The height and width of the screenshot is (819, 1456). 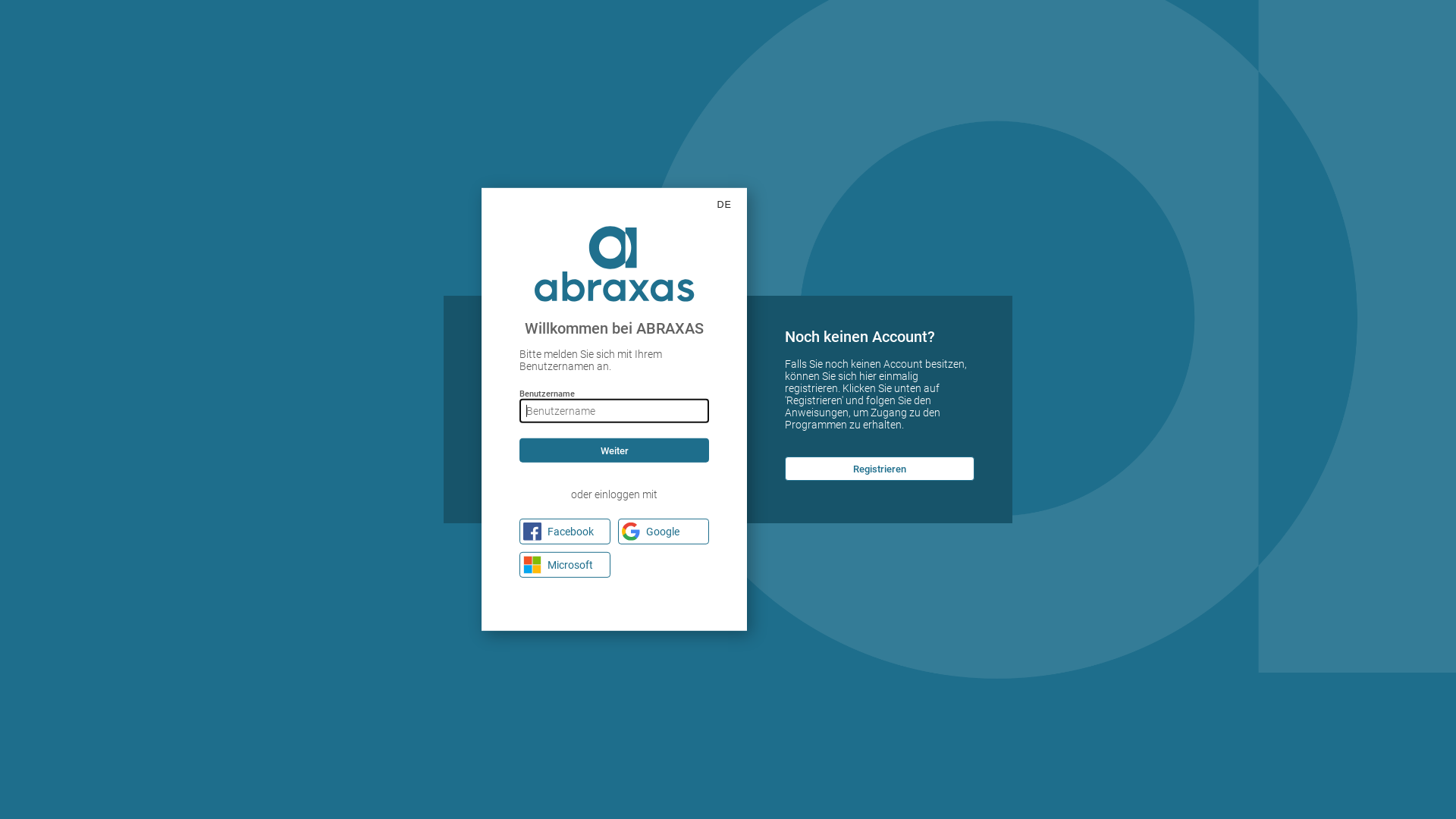 I want to click on 'Microsoft', so click(x=563, y=564).